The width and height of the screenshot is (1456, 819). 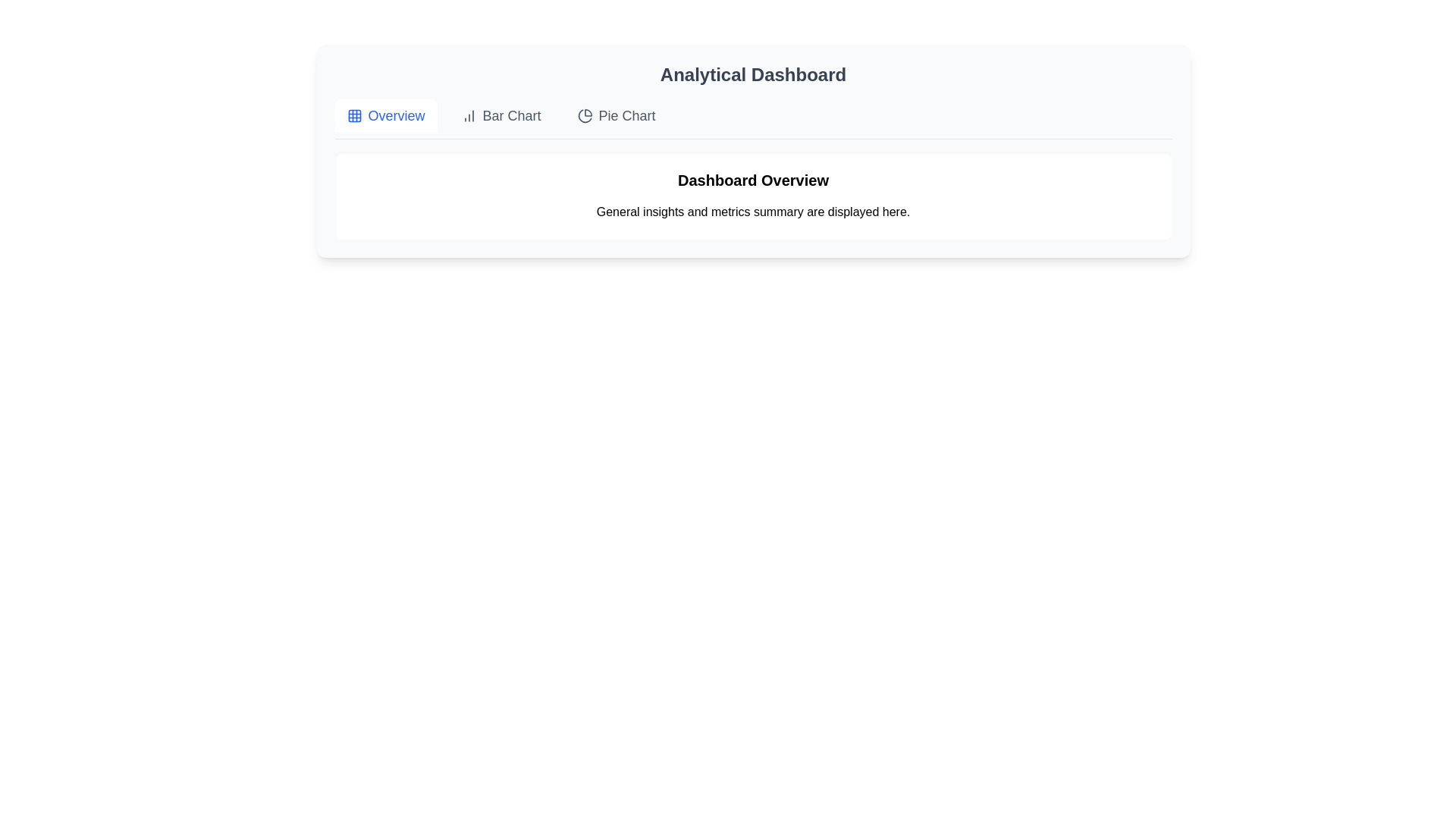 I want to click on the 'Pie Chart' text label located in the navigation bar, positioned next to 'Overview' and 'Bar Chart', so click(x=627, y=115).